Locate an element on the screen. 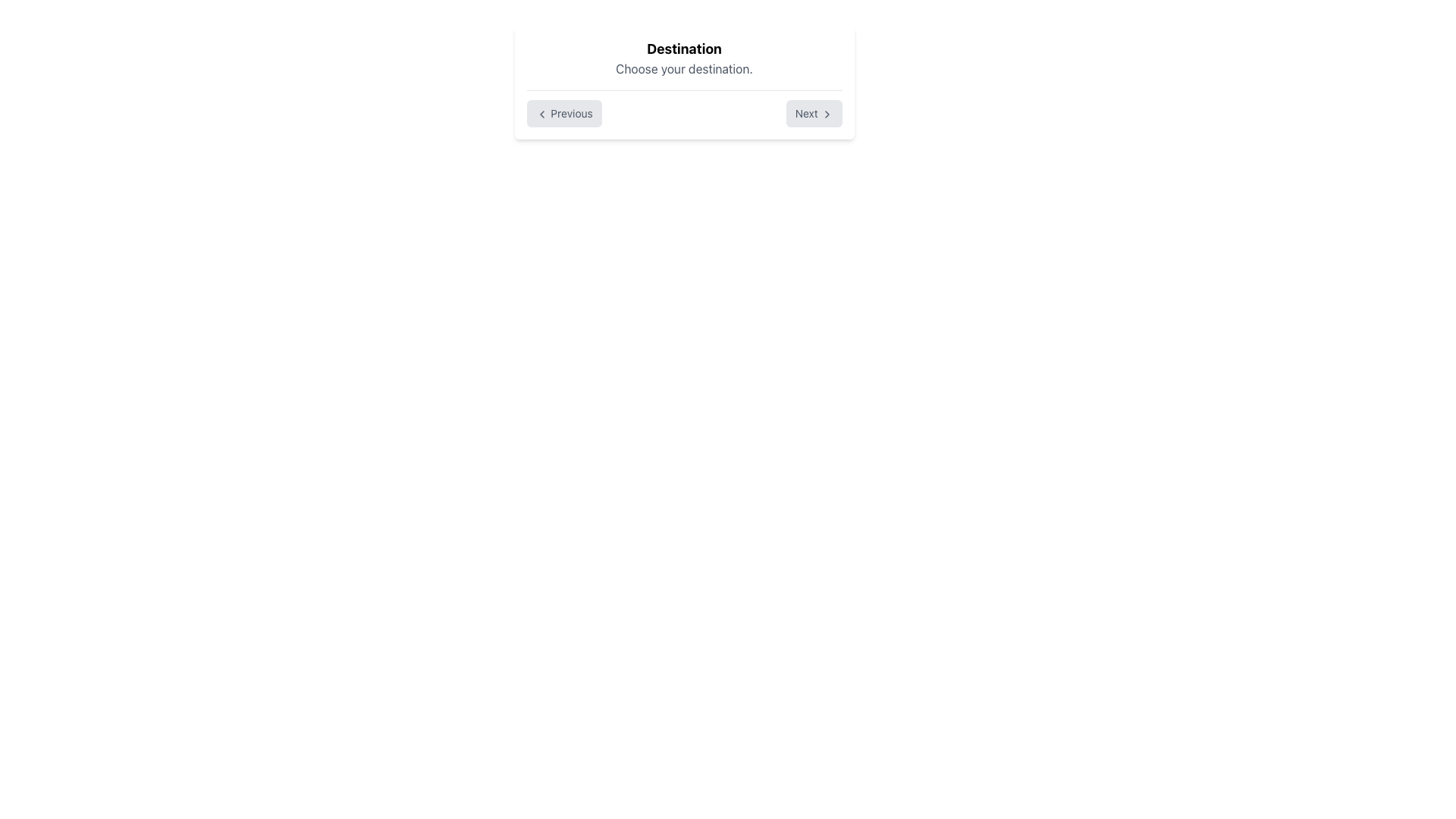 This screenshot has height=819, width=1456. the 'Next' button, which is a rectangular button with gray text on a light gray background and a right-facing arrow icon is located at coordinates (813, 113).